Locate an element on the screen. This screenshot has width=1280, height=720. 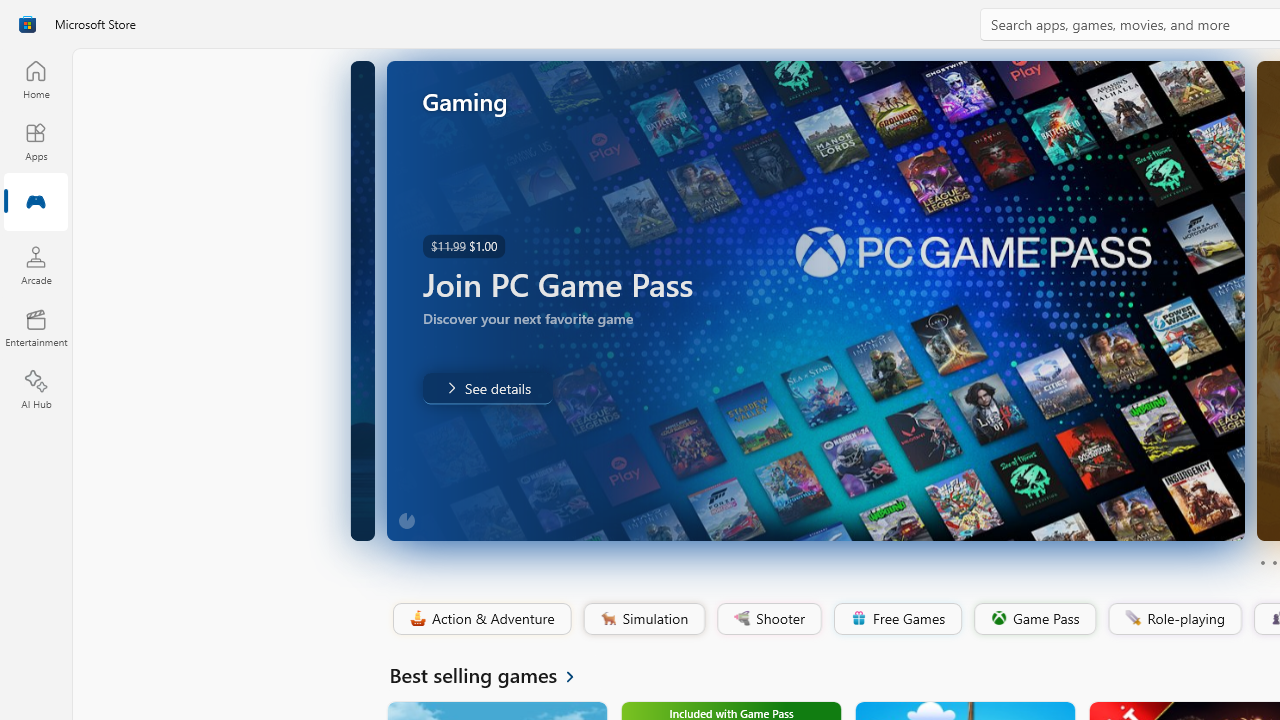
'Free Games' is located at coordinates (896, 618).